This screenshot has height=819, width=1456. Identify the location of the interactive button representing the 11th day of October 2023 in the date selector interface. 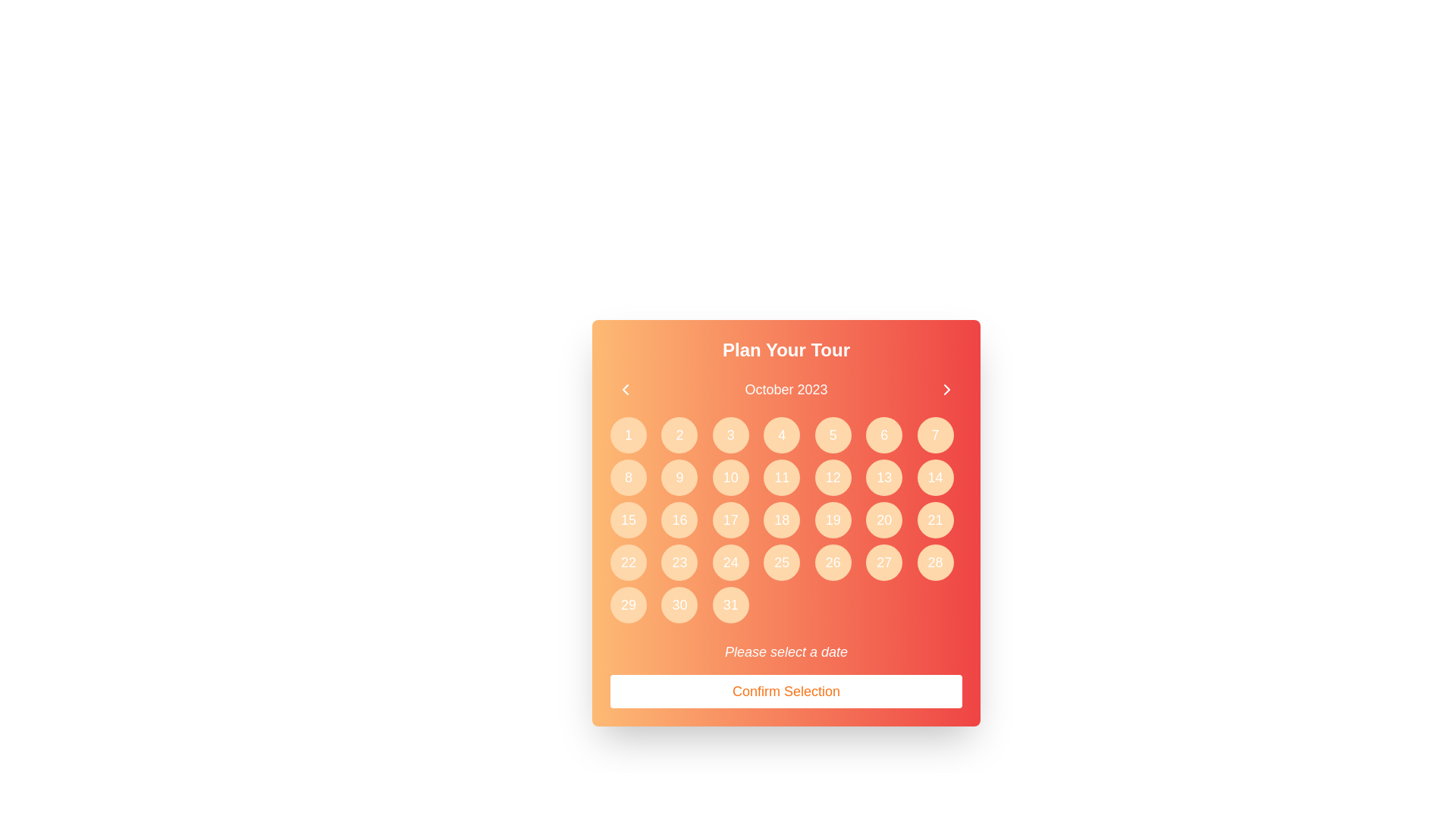
(782, 476).